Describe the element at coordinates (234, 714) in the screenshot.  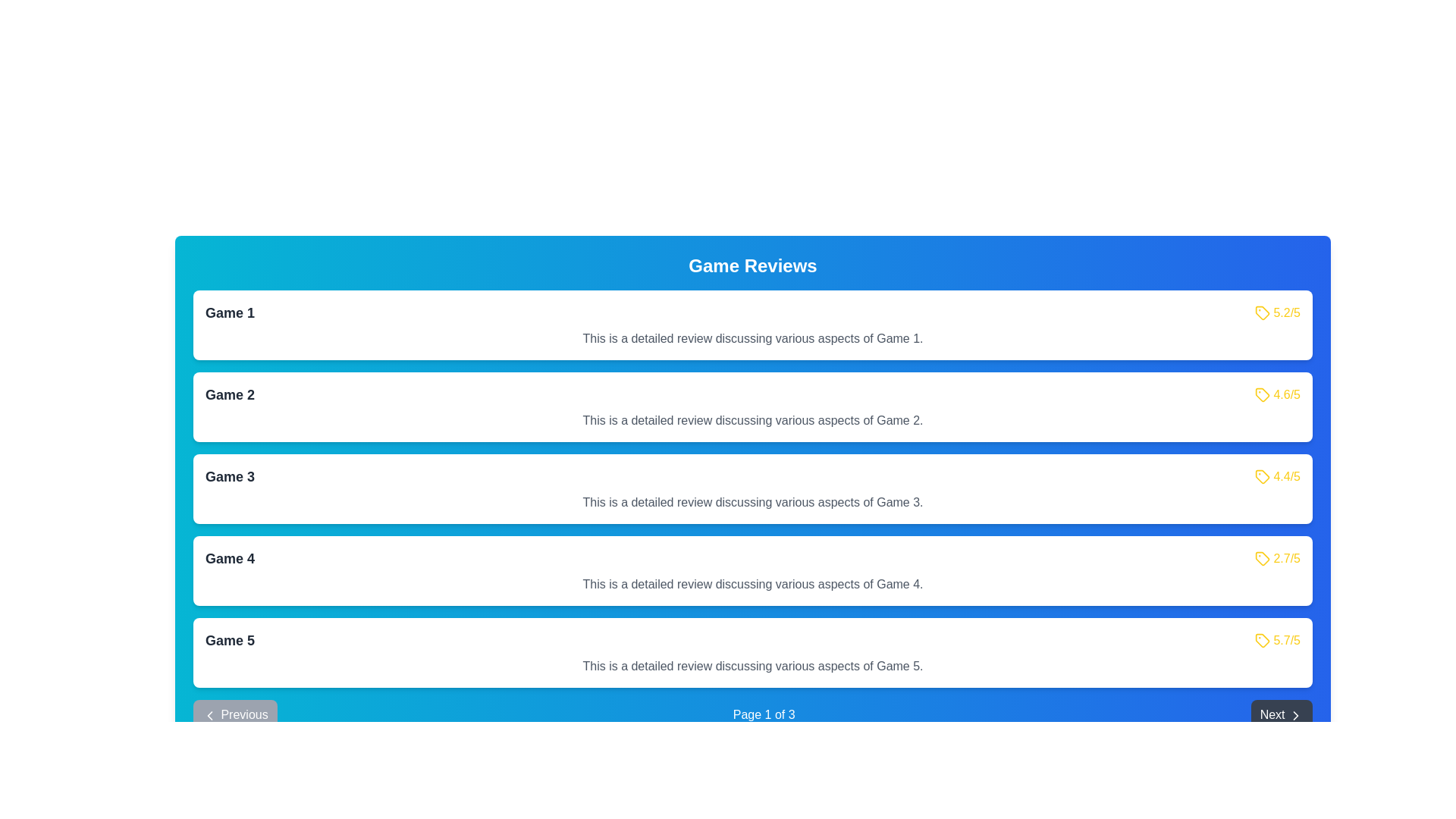
I see `the 'Previous' button, which has a dark grey background and white text` at that location.